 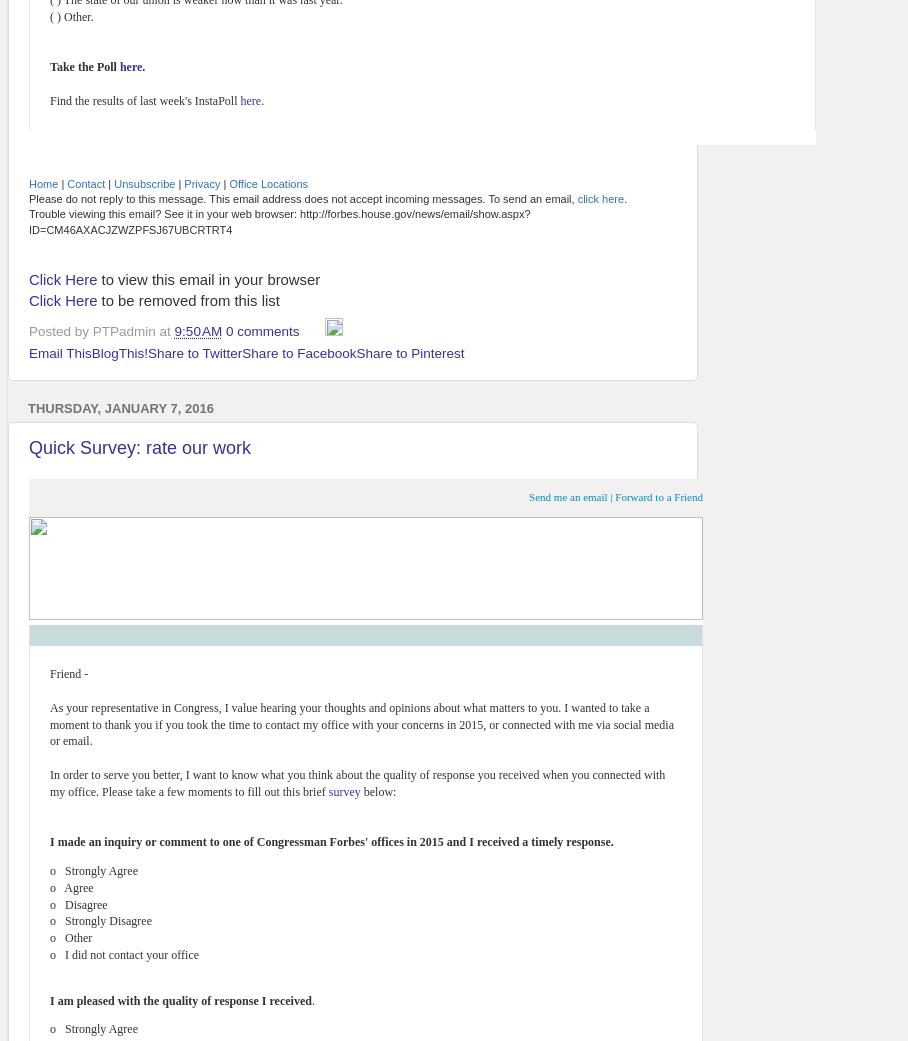 What do you see at coordinates (43, 183) in the screenshot?
I see `'Home'` at bounding box center [43, 183].